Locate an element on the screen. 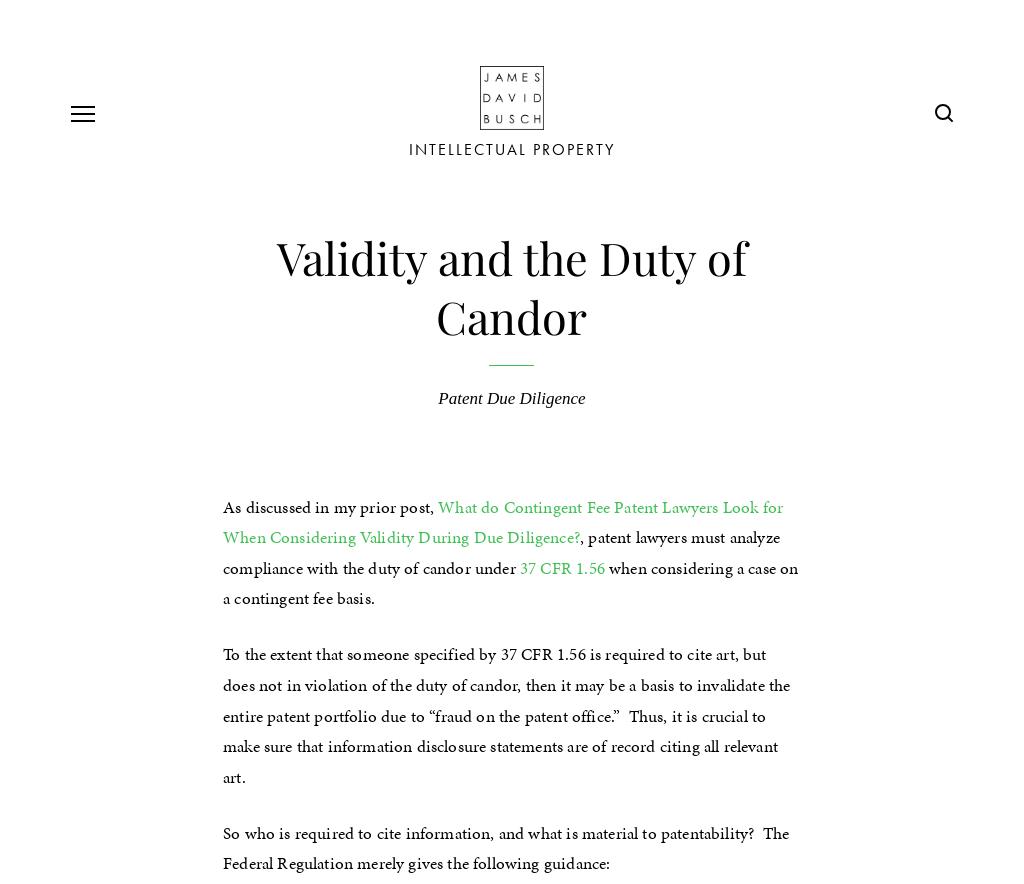 The width and height of the screenshot is (1024, 884). ', patent lawyers must analyze compliance with the duty of candor under' is located at coordinates (222, 551).